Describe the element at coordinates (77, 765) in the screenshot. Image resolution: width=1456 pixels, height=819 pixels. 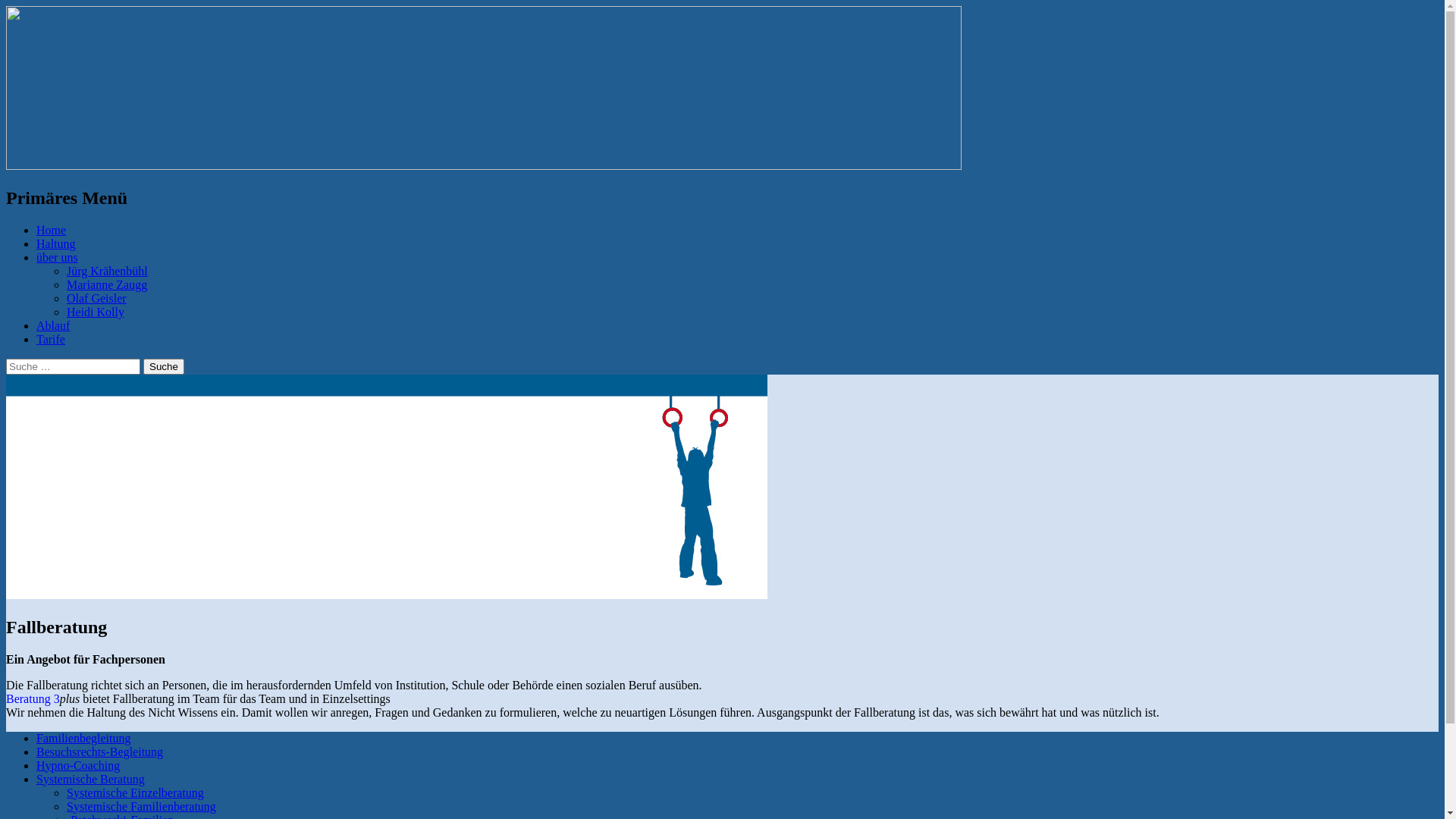
I see `'Hypno-Coaching'` at that location.